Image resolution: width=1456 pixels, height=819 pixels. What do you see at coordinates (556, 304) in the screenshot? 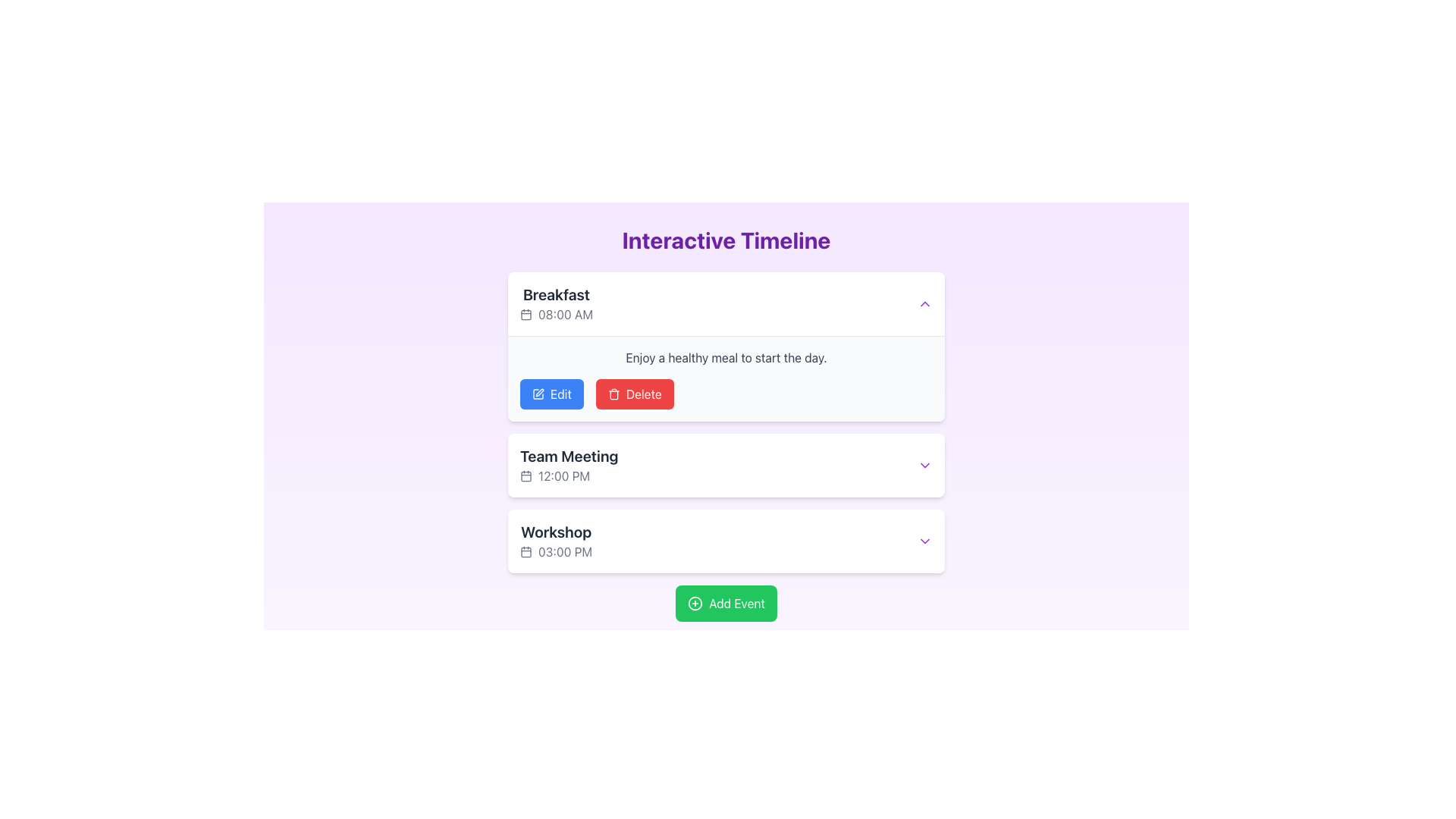
I see `the Text Display (with Icon) for the 'Breakfast' event to access nearby edit and delete buttons` at bounding box center [556, 304].